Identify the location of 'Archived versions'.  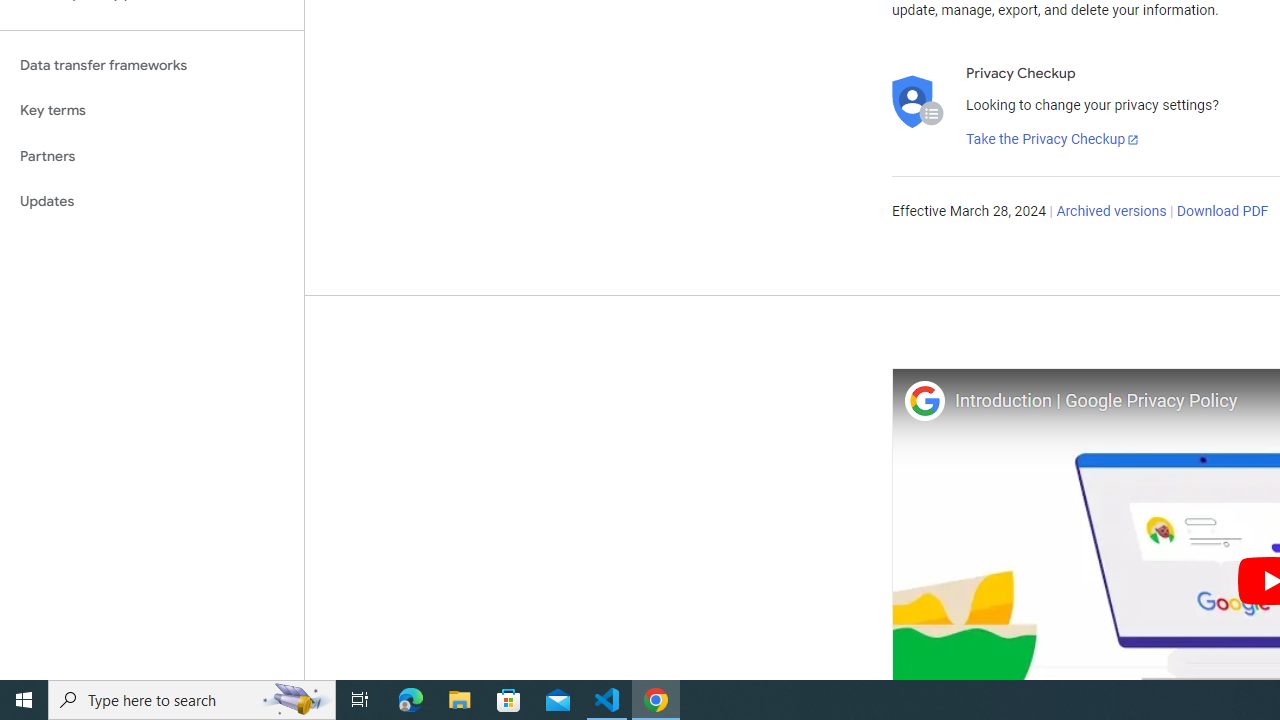
(1110, 212).